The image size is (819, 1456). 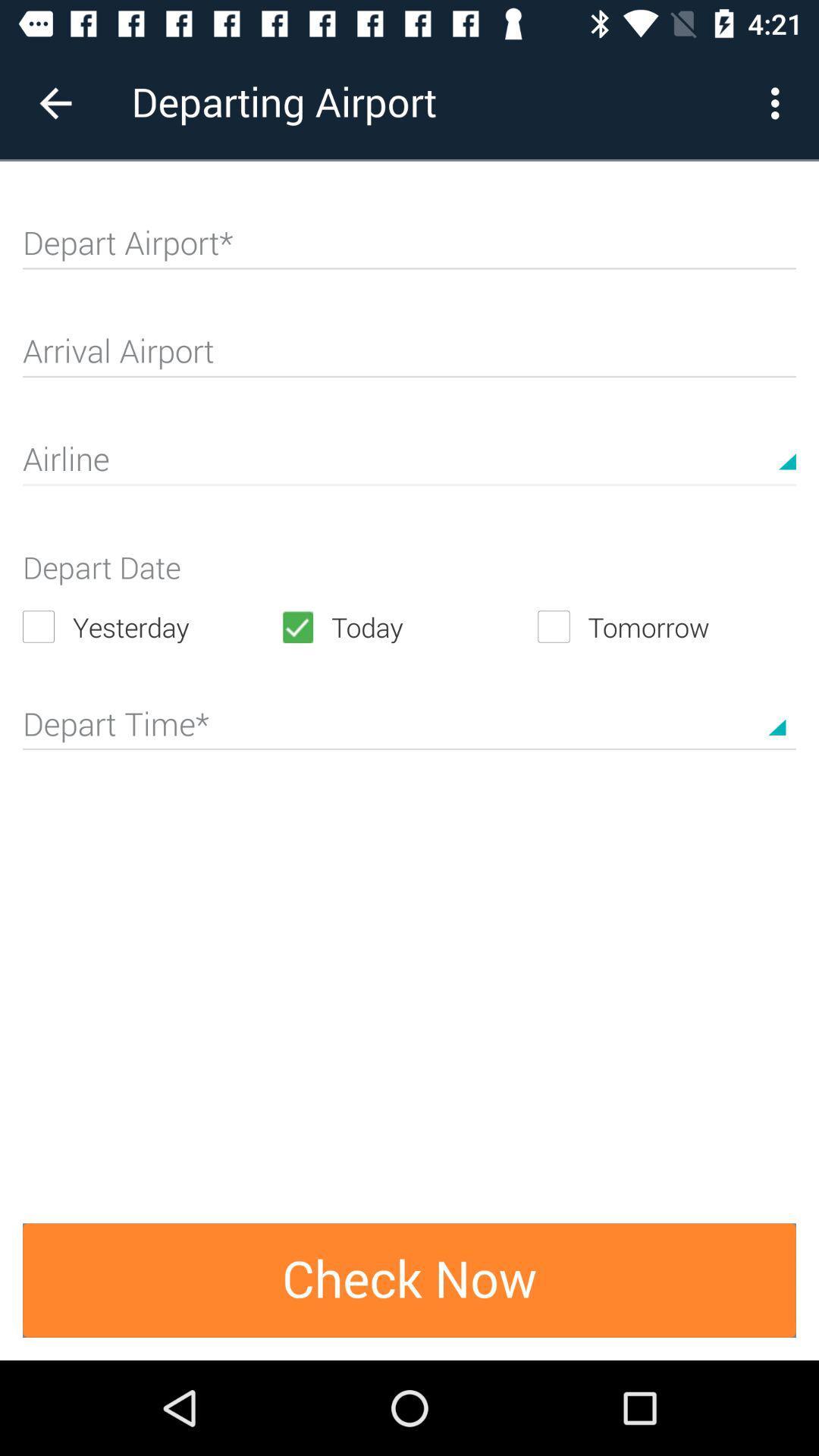 What do you see at coordinates (409, 356) in the screenshot?
I see `the arrival airport` at bounding box center [409, 356].